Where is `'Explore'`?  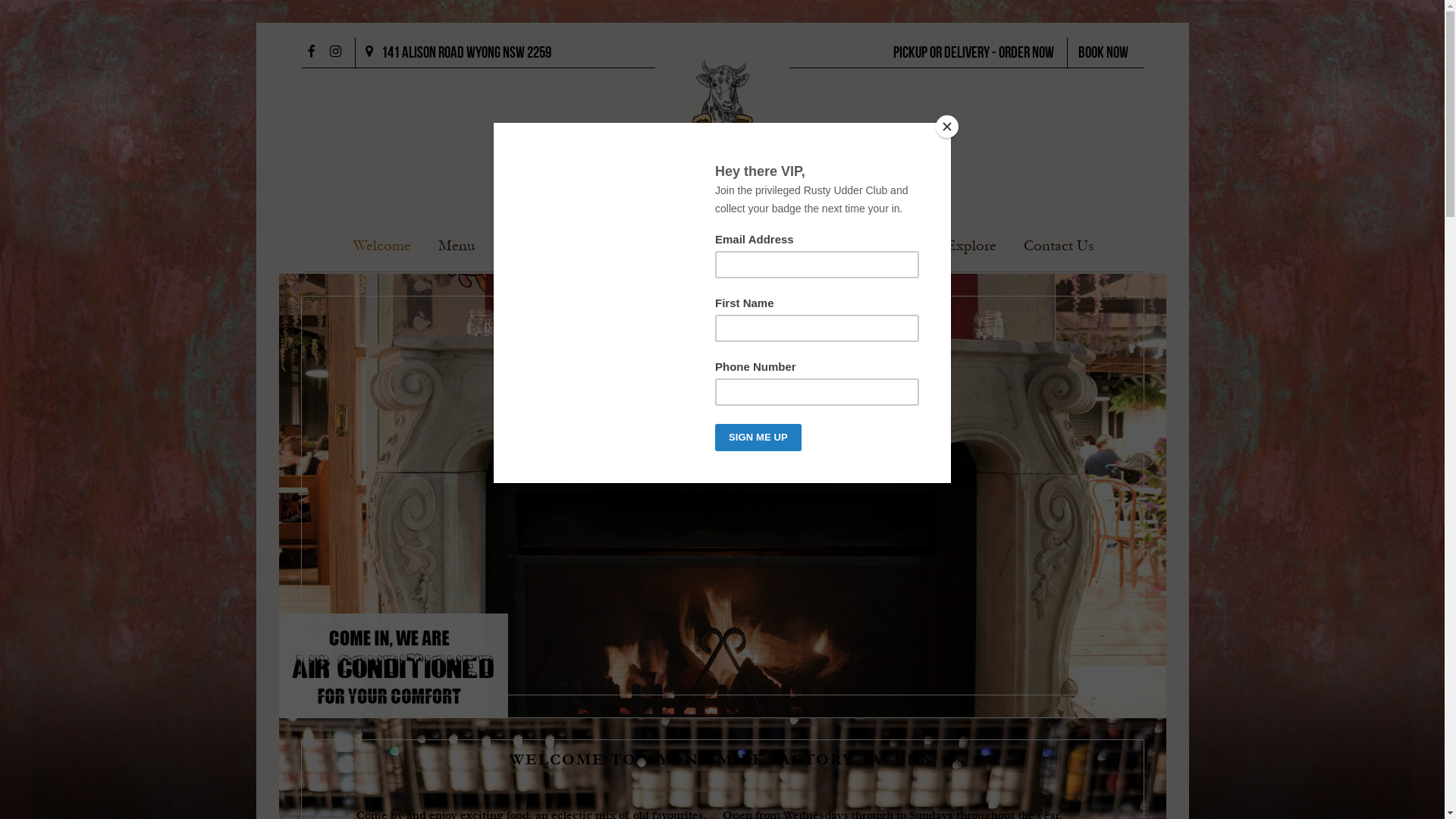 'Explore' is located at coordinates (971, 246).